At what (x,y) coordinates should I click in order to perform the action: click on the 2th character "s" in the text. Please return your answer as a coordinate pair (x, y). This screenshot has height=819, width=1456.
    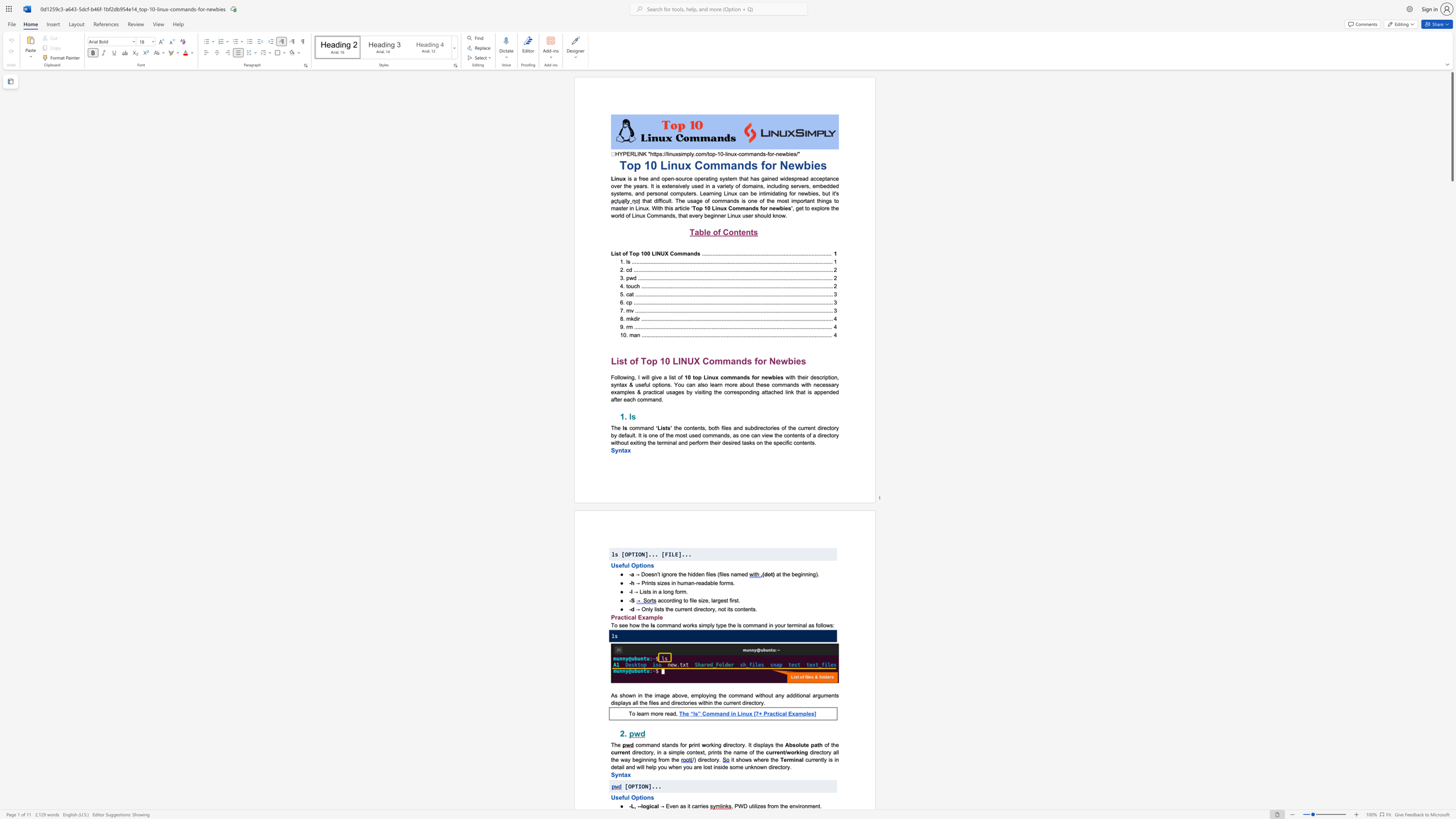
    Looking at the image, I should click on (652, 796).